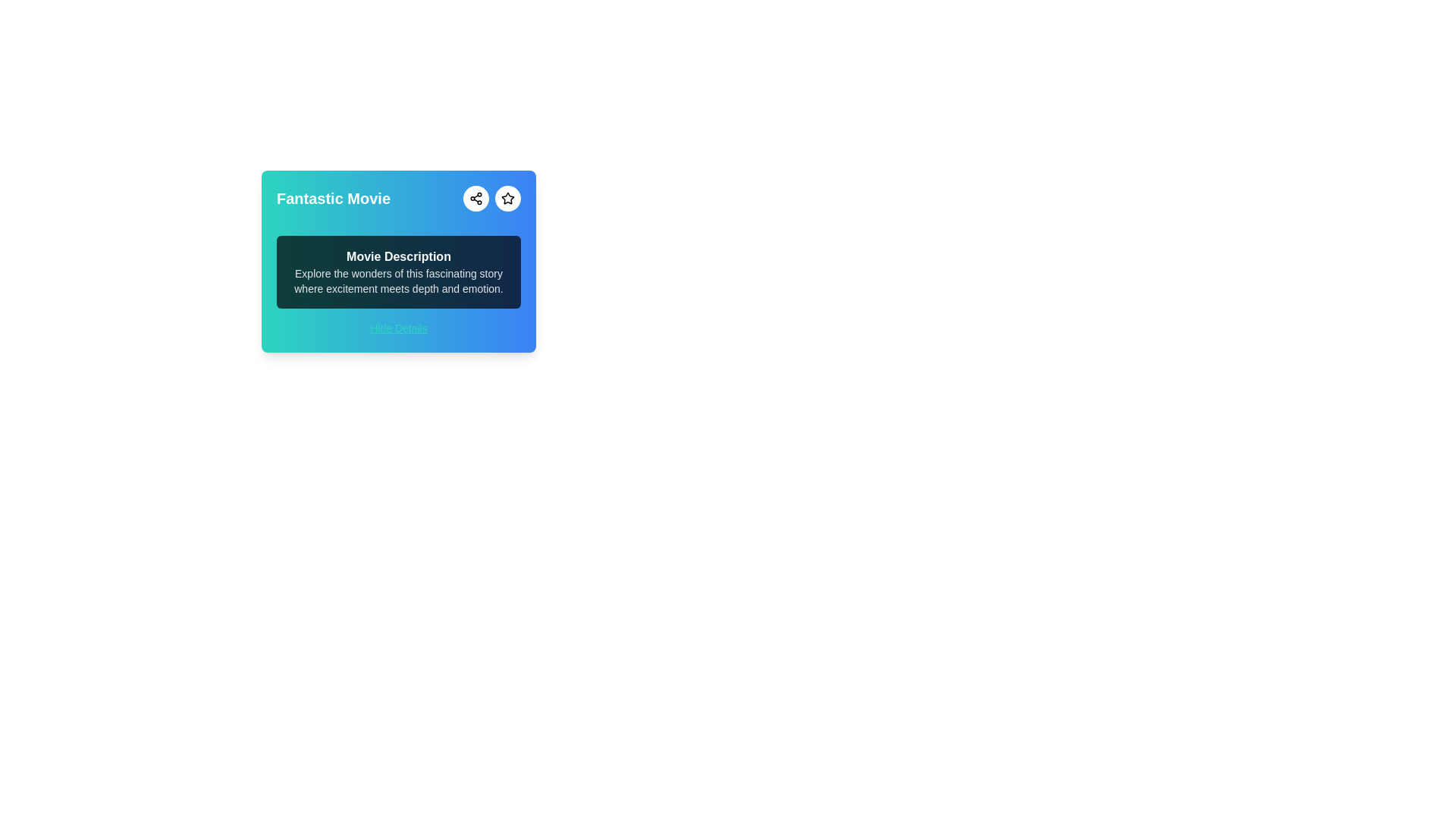 The image size is (1456, 819). I want to click on the favorite button located in the top-right corner of the interactive card to trigger the hover effect, so click(508, 198).